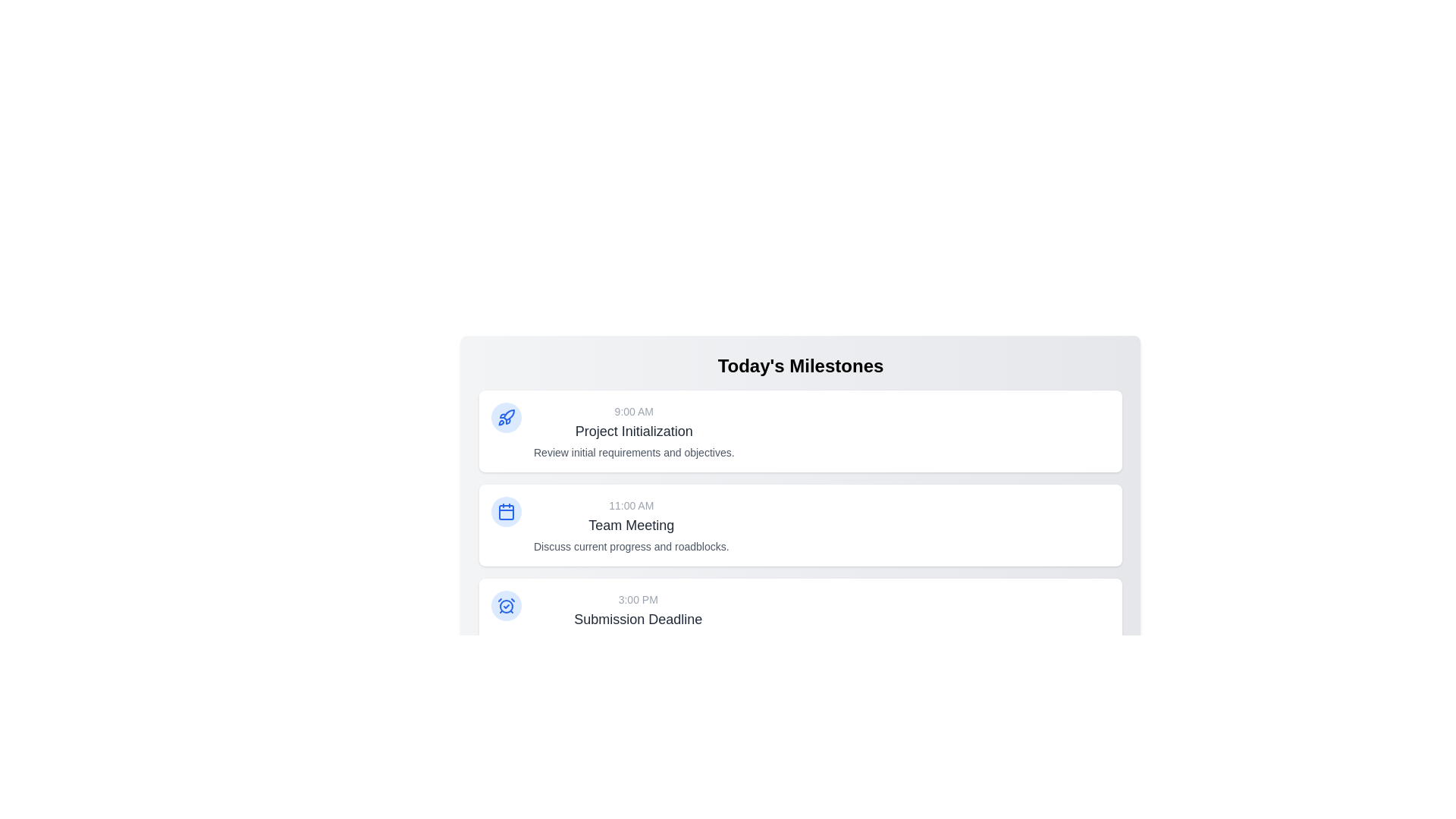 This screenshot has height=819, width=1456. I want to click on the alarm clock icon located at the top-left corner of the 'Submission Deadline' item, which visually indicates the submission time of '3:00 PM.', so click(506, 604).